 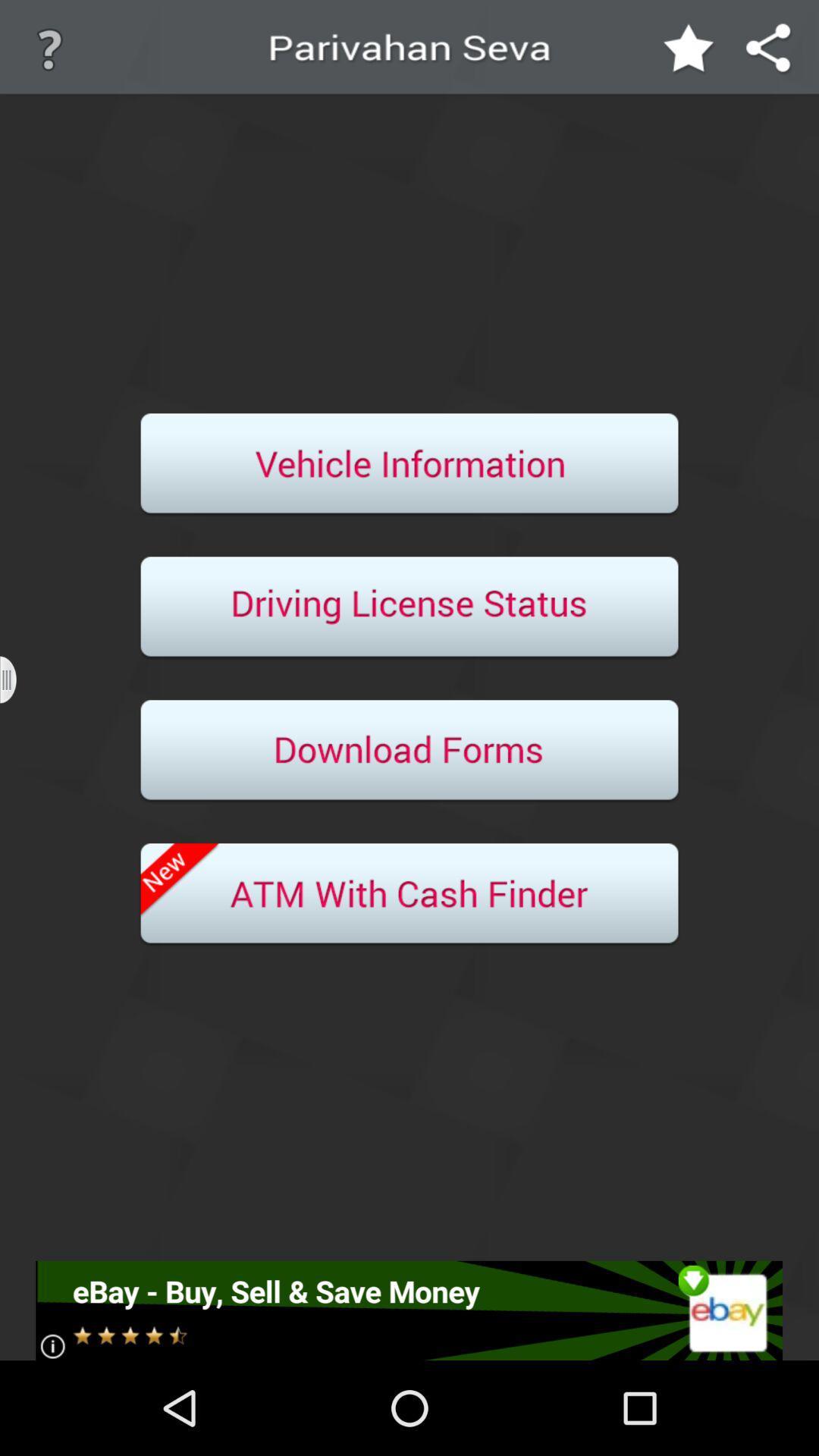 I want to click on advertisement click, so click(x=408, y=1310).